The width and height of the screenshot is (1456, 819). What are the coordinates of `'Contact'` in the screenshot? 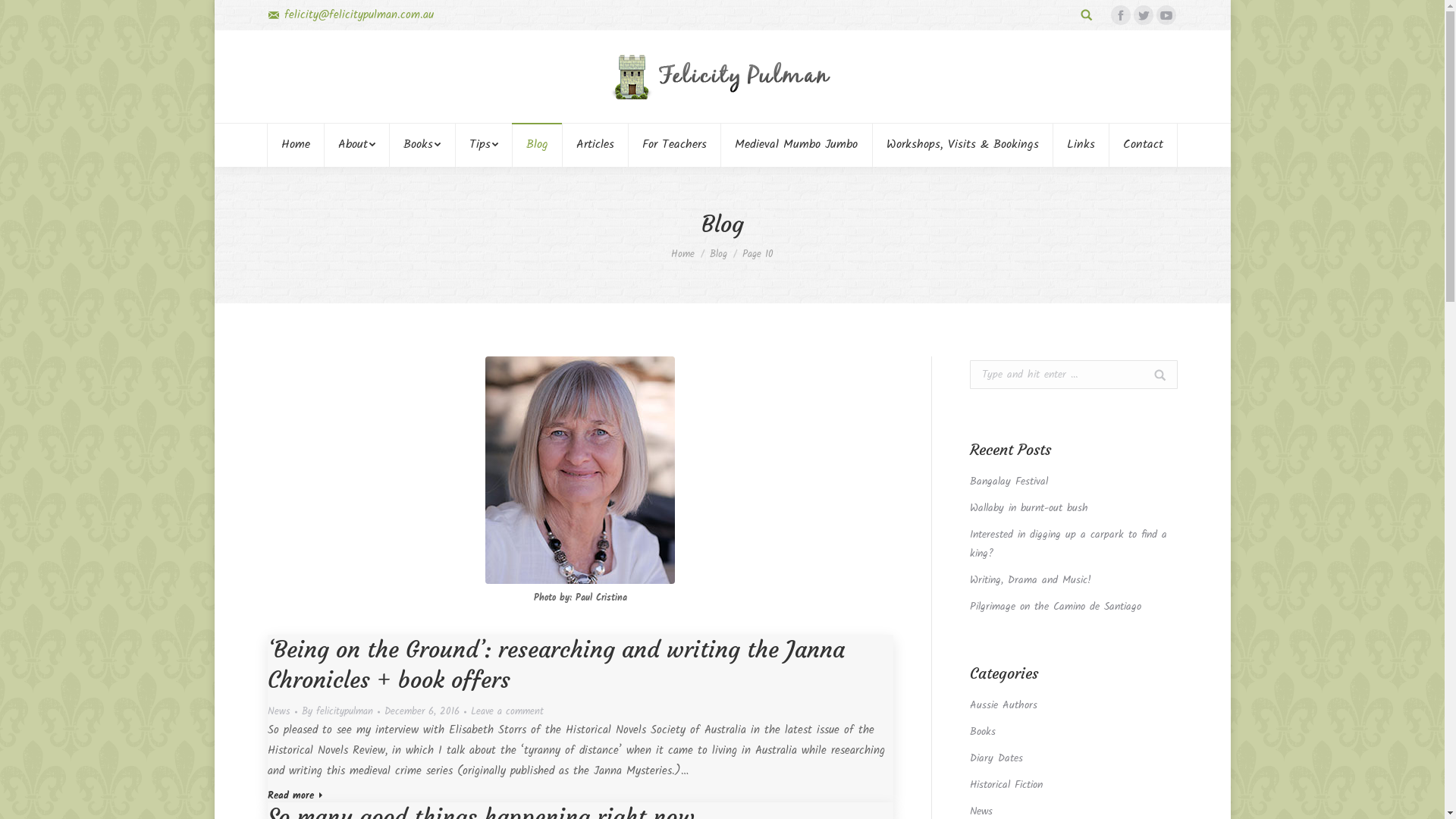 It's located at (1143, 145).